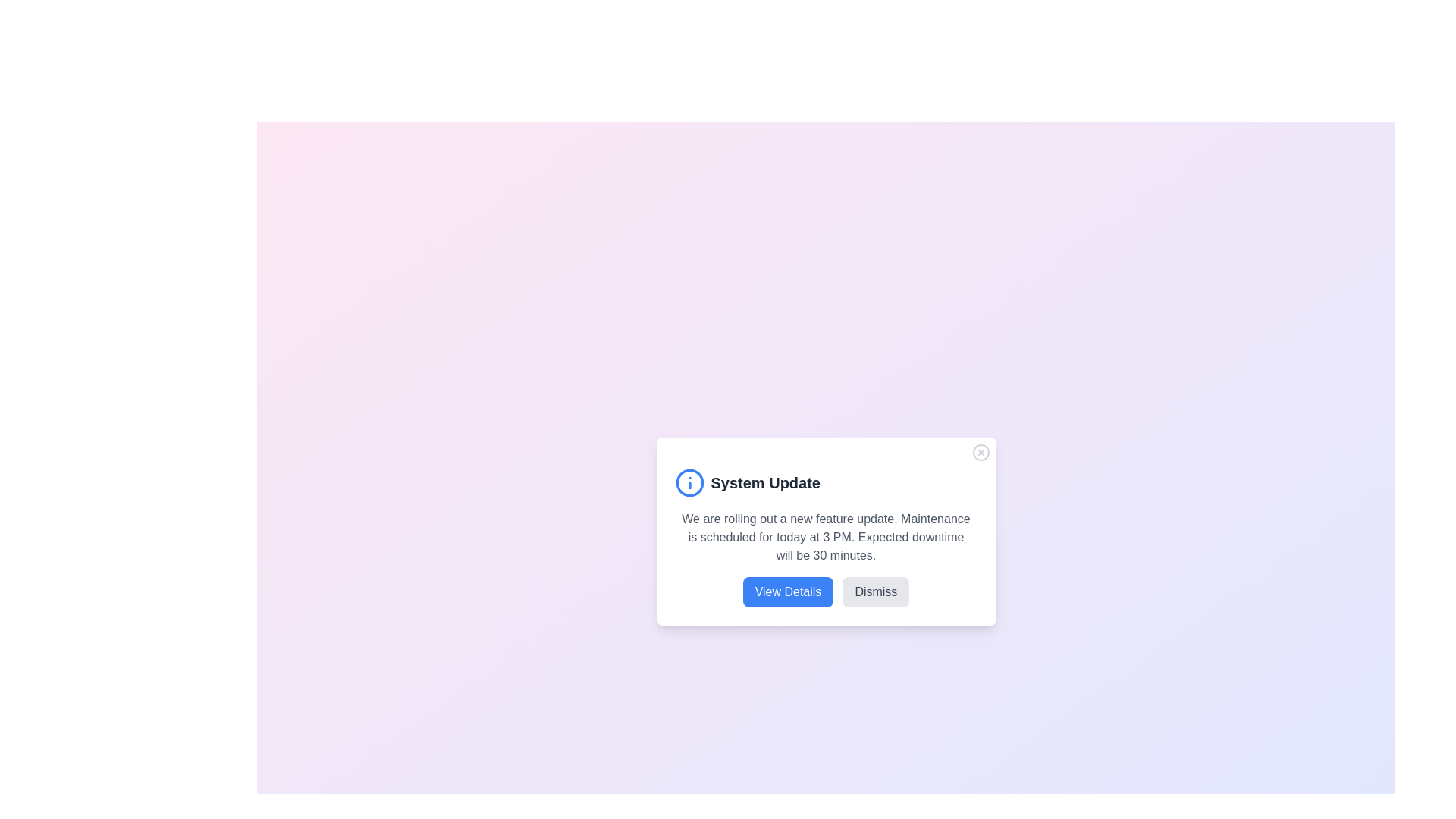  I want to click on the circular information icon with a blue outline located to the left of the text 'System Update', so click(689, 482).